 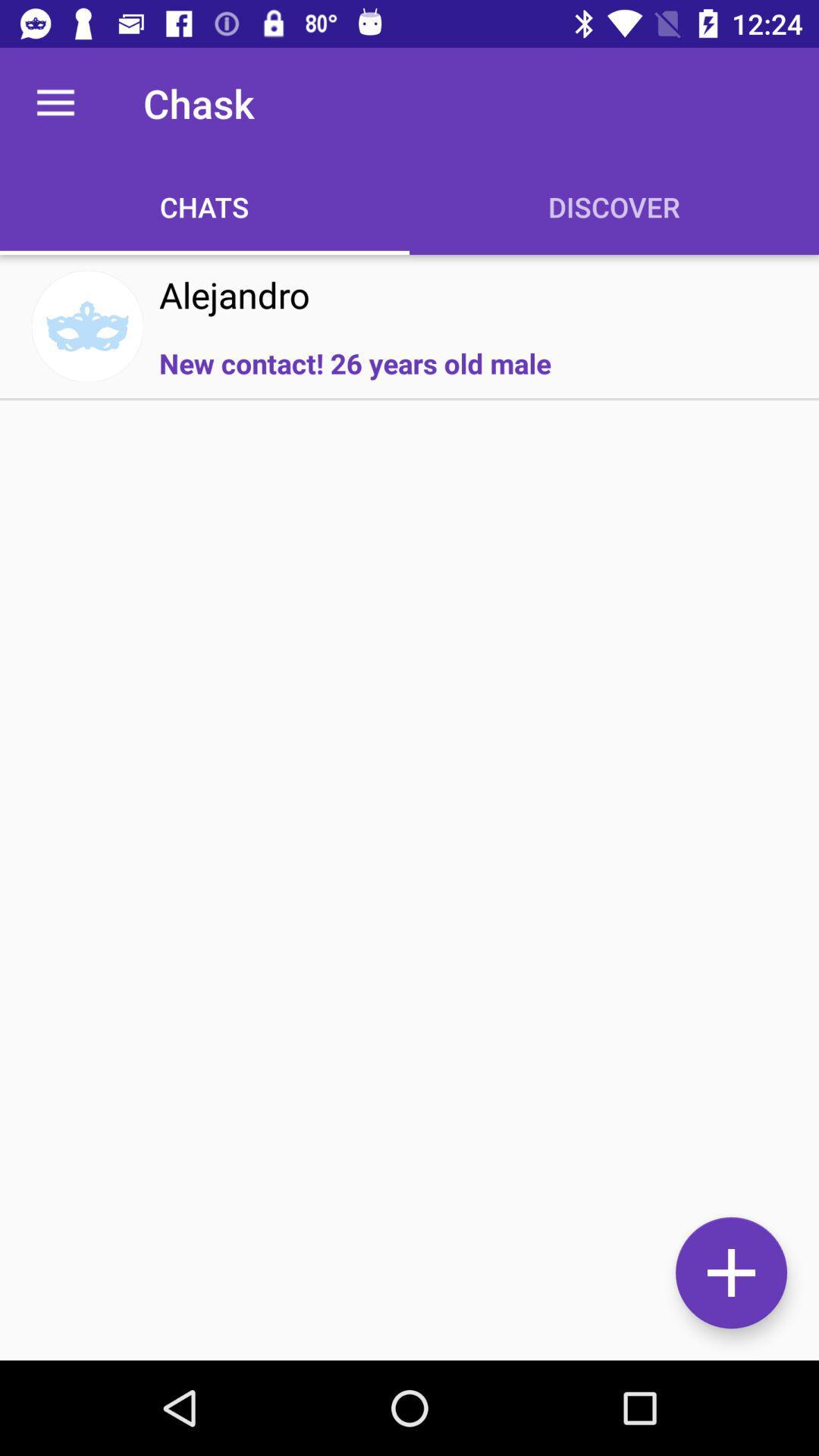 I want to click on the icon next to the chask icon, so click(x=55, y=102).